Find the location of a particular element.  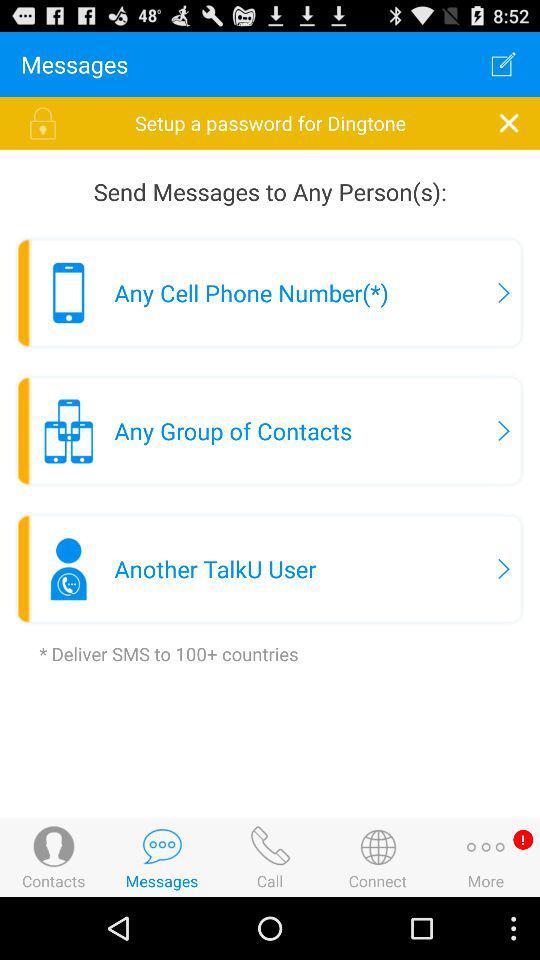

the edit icon is located at coordinates (502, 68).